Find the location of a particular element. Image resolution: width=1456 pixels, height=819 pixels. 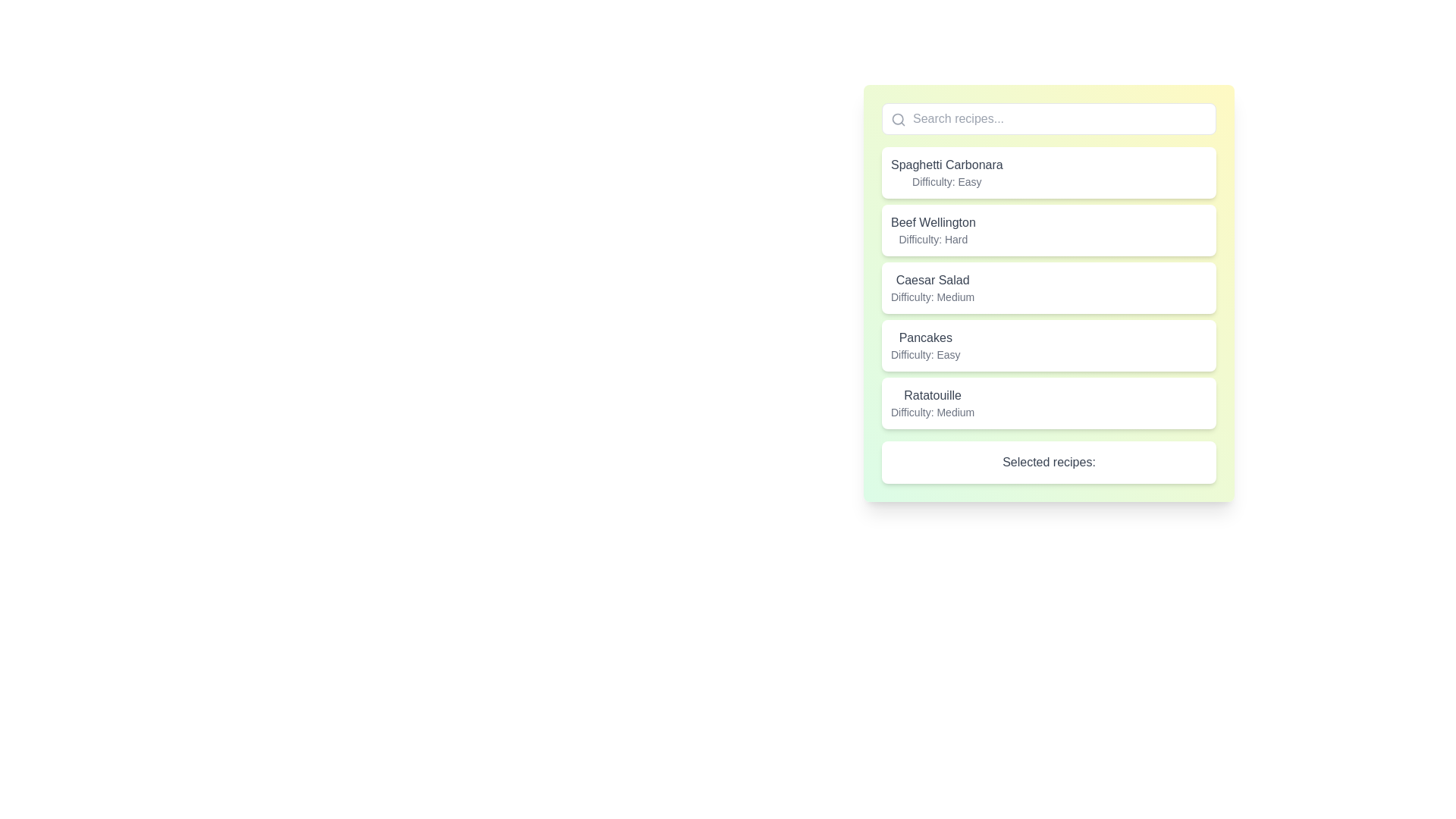

the text label displaying 'Difficulty: Medium' which provides contextual information for the recipe 'Ratatouille' is located at coordinates (932, 412).